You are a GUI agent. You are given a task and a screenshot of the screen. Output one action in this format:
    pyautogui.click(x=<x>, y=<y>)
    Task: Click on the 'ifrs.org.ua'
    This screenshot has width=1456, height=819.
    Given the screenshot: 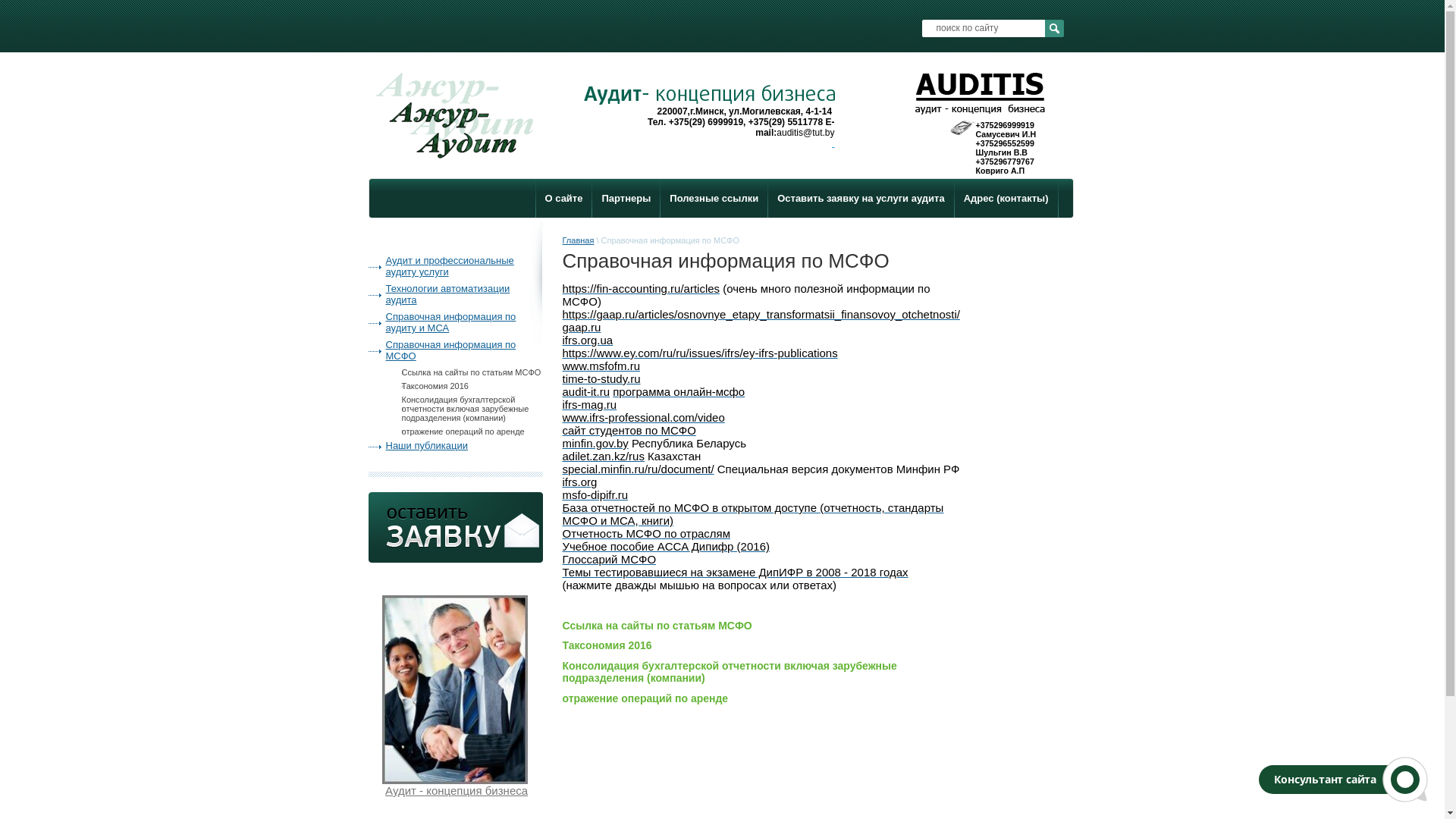 What is the action you would take?
    pyautogui.click(x=587, y=339)
    